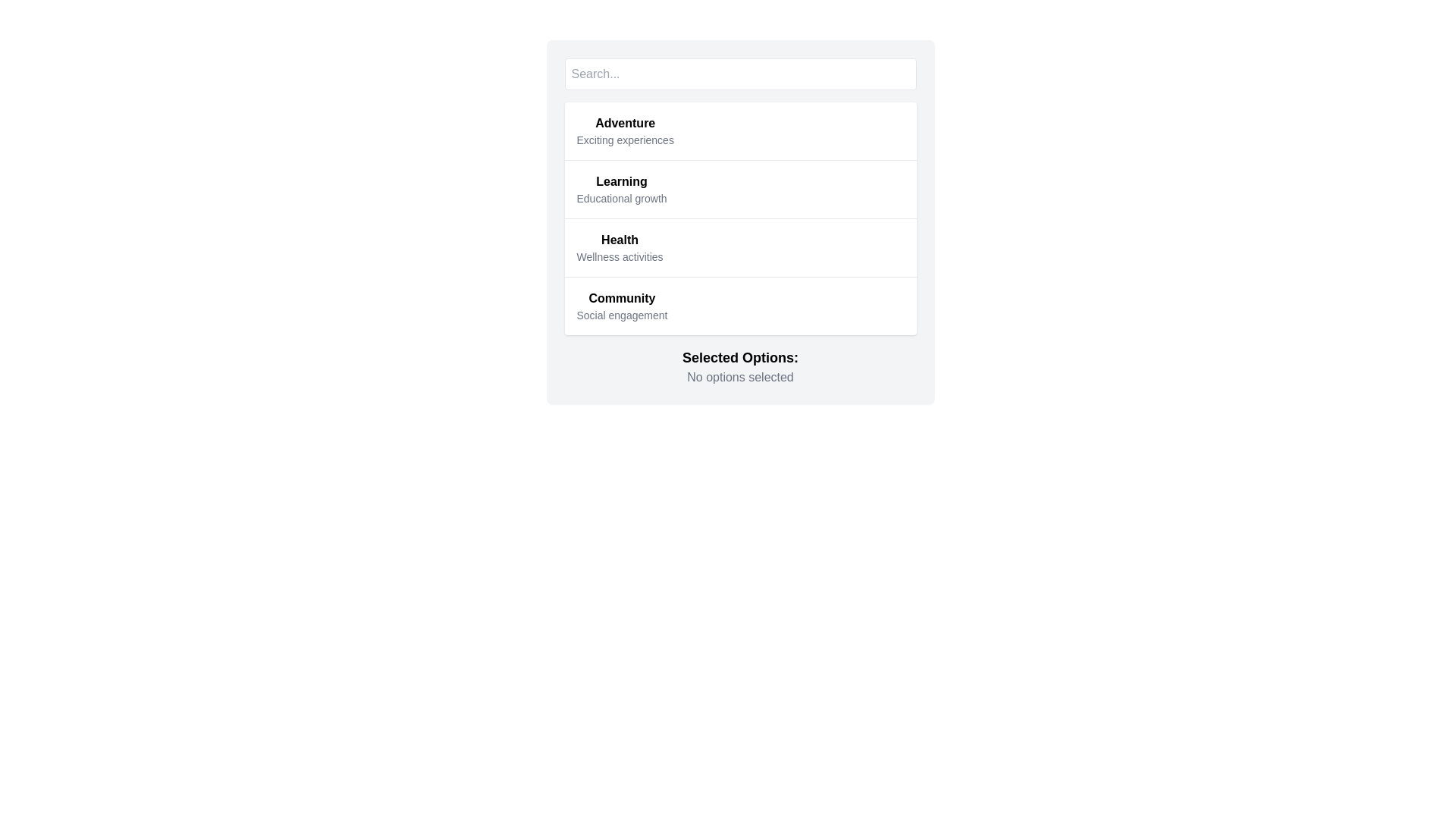  What do you see at coordinates (622, 198) in the screenshot?
I see `the text label displaying 'Educational growth', which is a subordinate descriptive text under the 'Learning' section in the vertical list` at bounding box center [622, 198].